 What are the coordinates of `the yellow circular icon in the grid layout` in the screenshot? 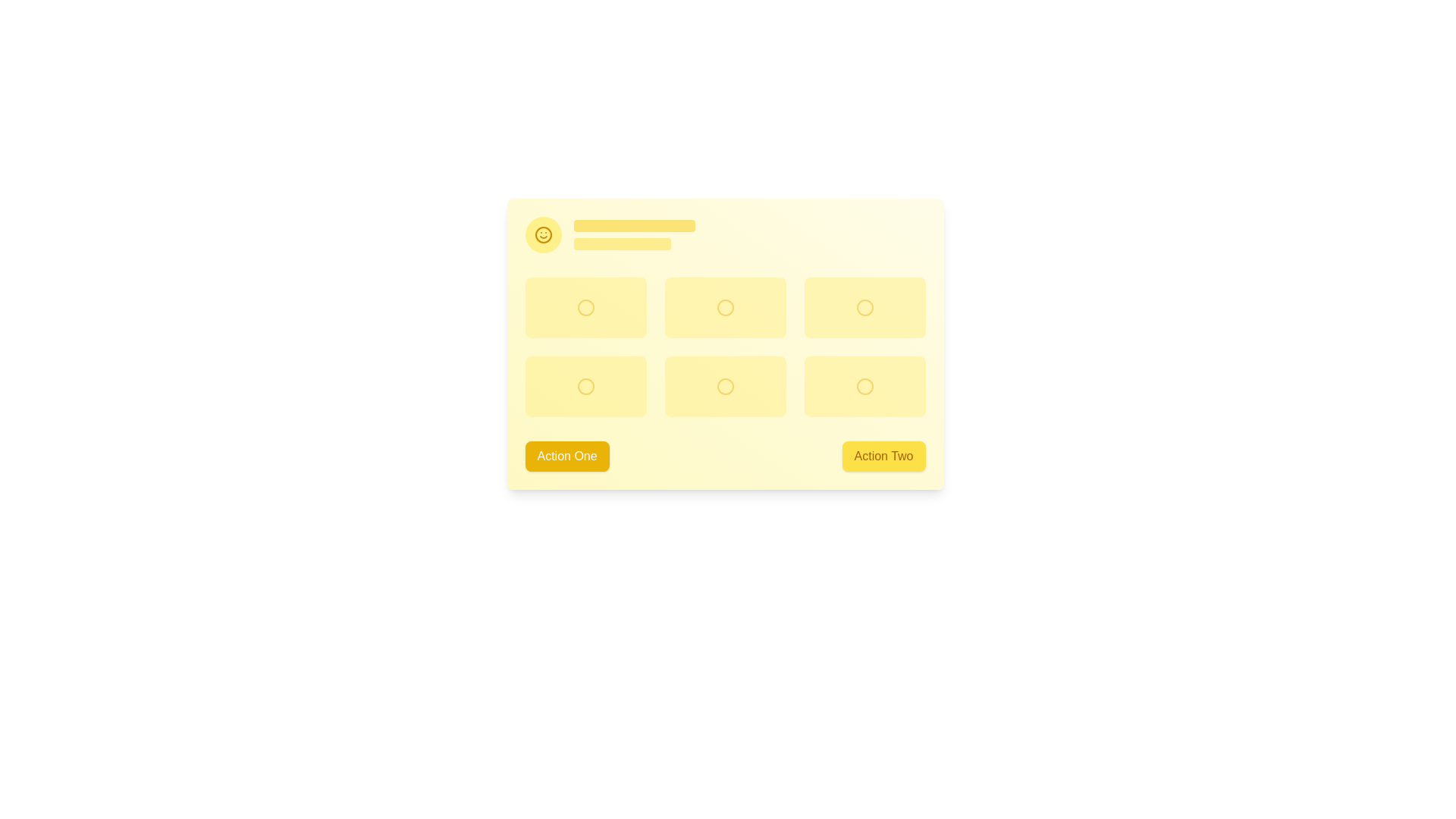 It's located at (724, 385).